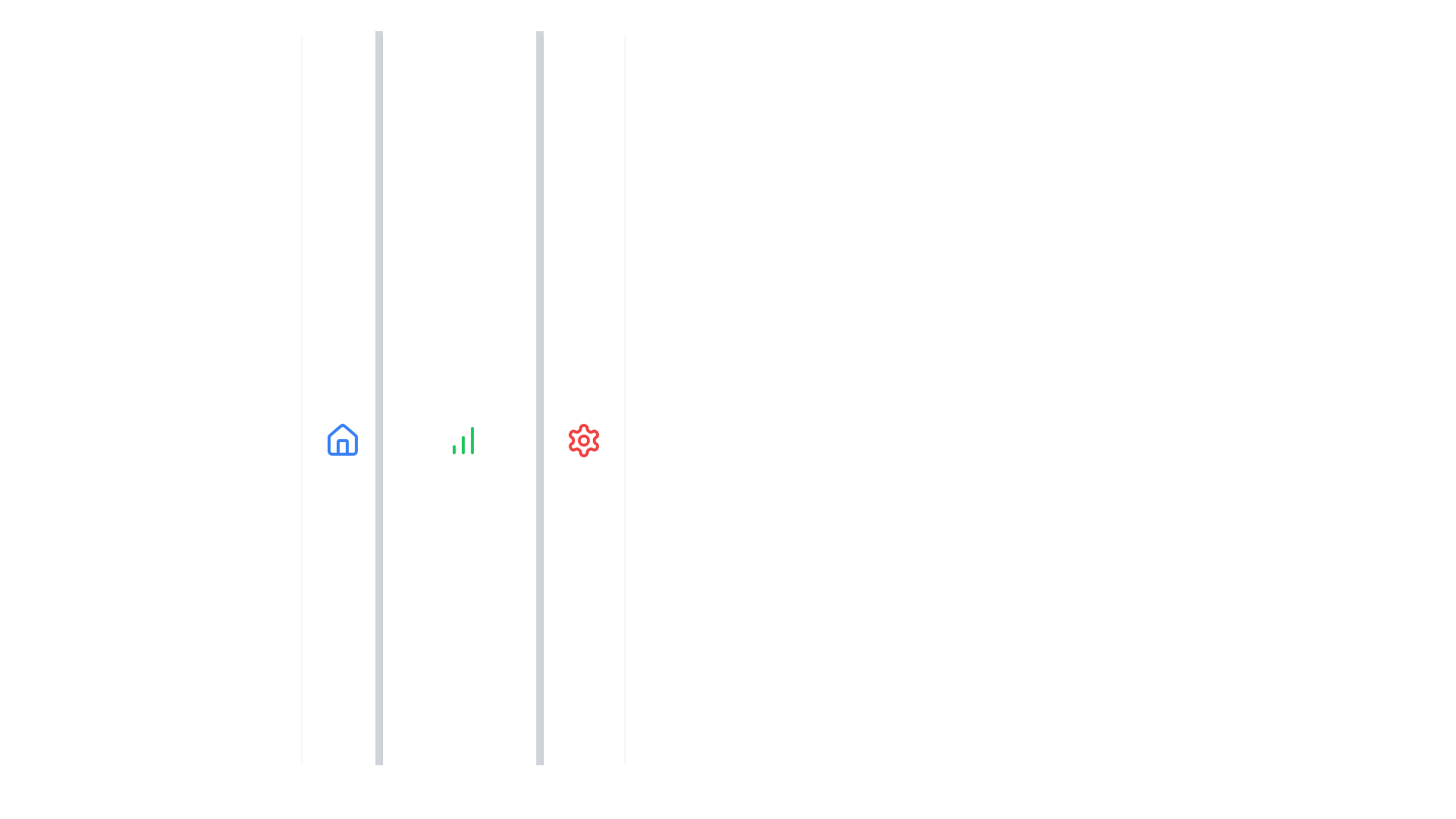 This screenshot has width=1456, height=819. I want to click on the bar chart icon with three green vertical bars, so click(462, 441).